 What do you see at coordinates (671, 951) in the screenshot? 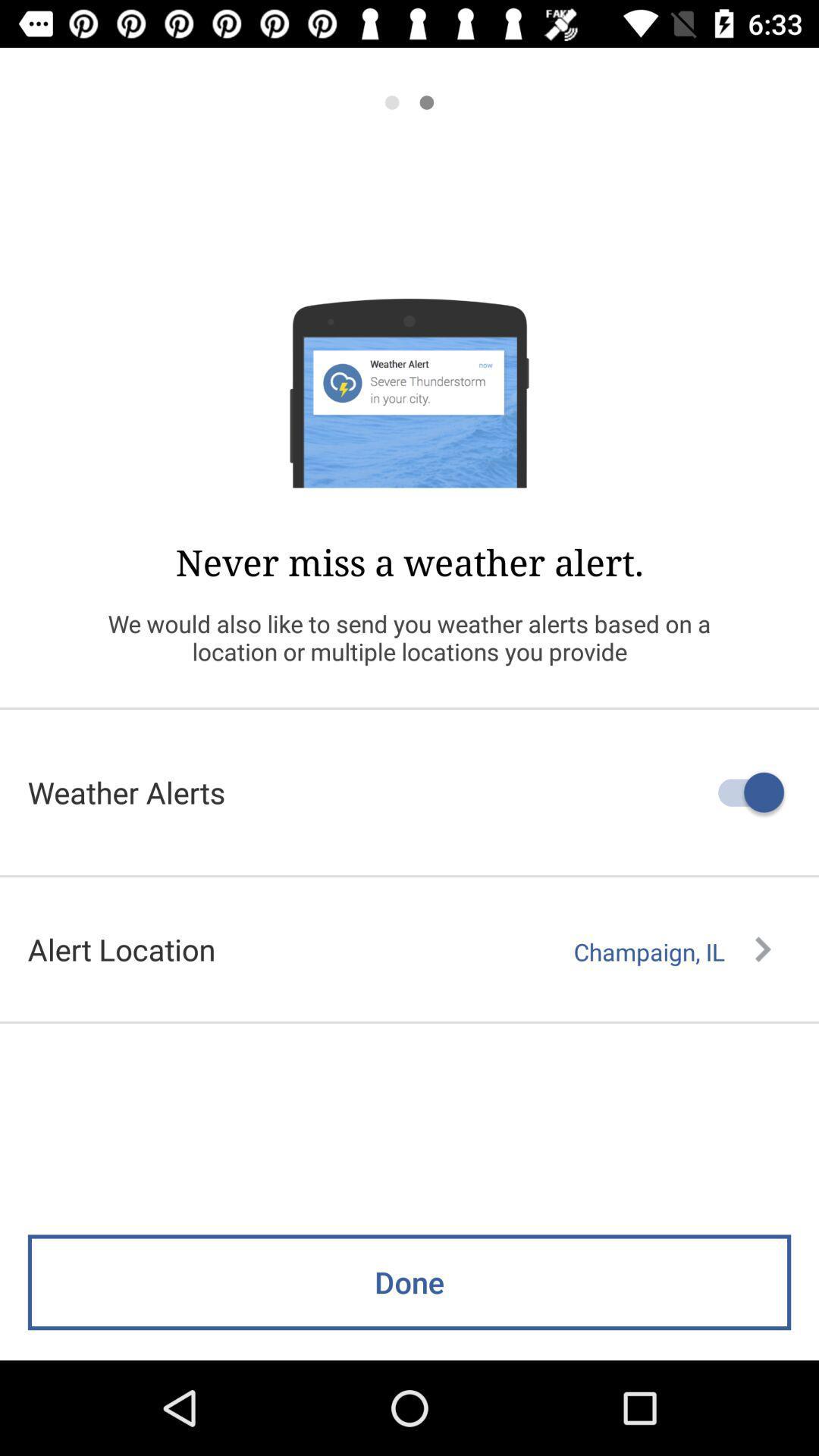
I see `item next to alert location item` at bounding box center [671, 951].